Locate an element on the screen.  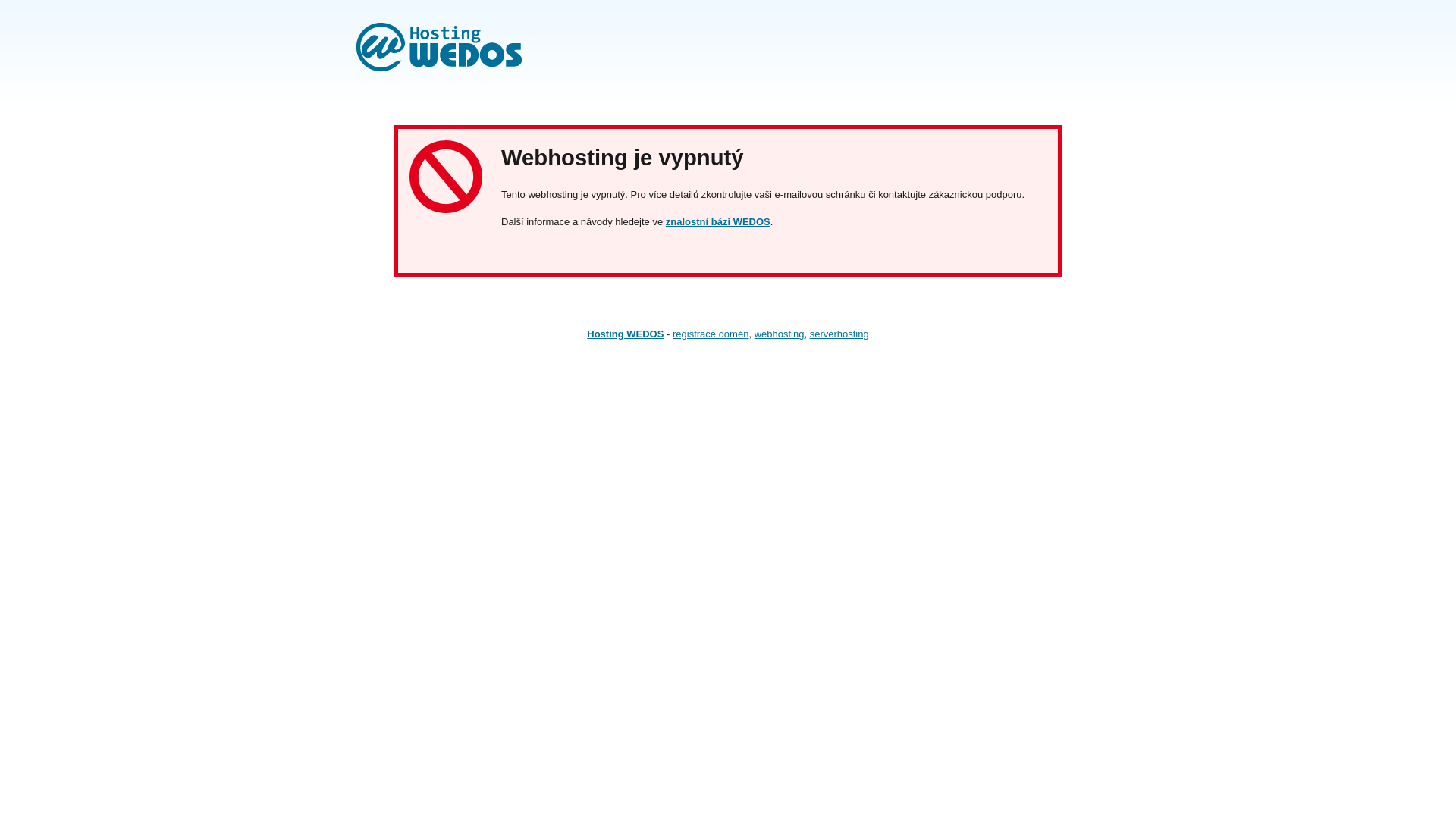
'serverhosting' is located at coordinates (839, 333).